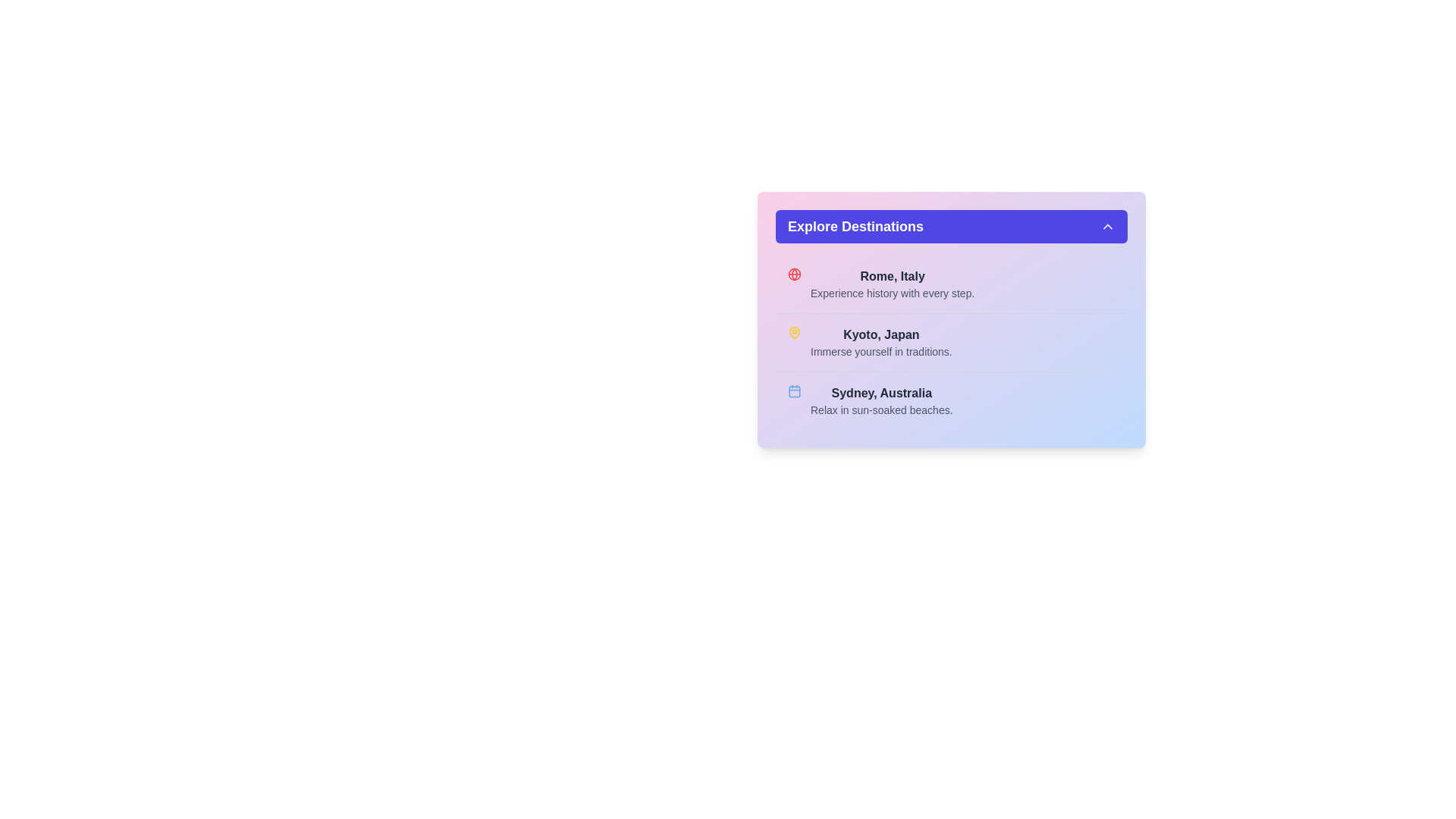 The image size is (1456, 819). Describe the element at coordinates (793, 400) in the screenshot. I see `the blue calendar icon located adjacent to the text 'Sydney, Australia' and complementing the description 'Relax in sun-soaked beaches.'` at that location.